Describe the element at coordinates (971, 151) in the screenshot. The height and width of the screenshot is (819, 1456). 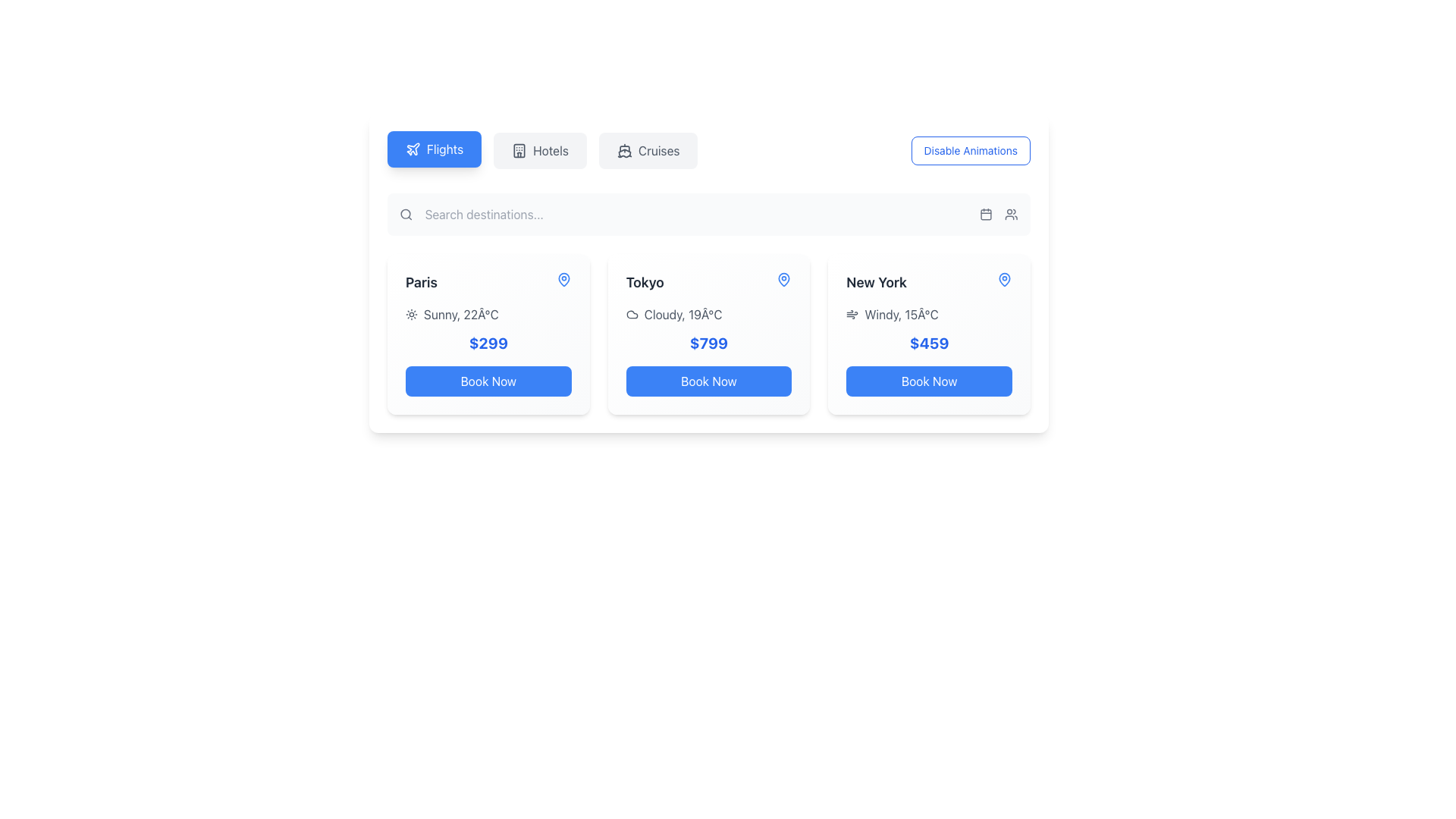
I see `the button located at the top-right corner of the navigation features` at that location.